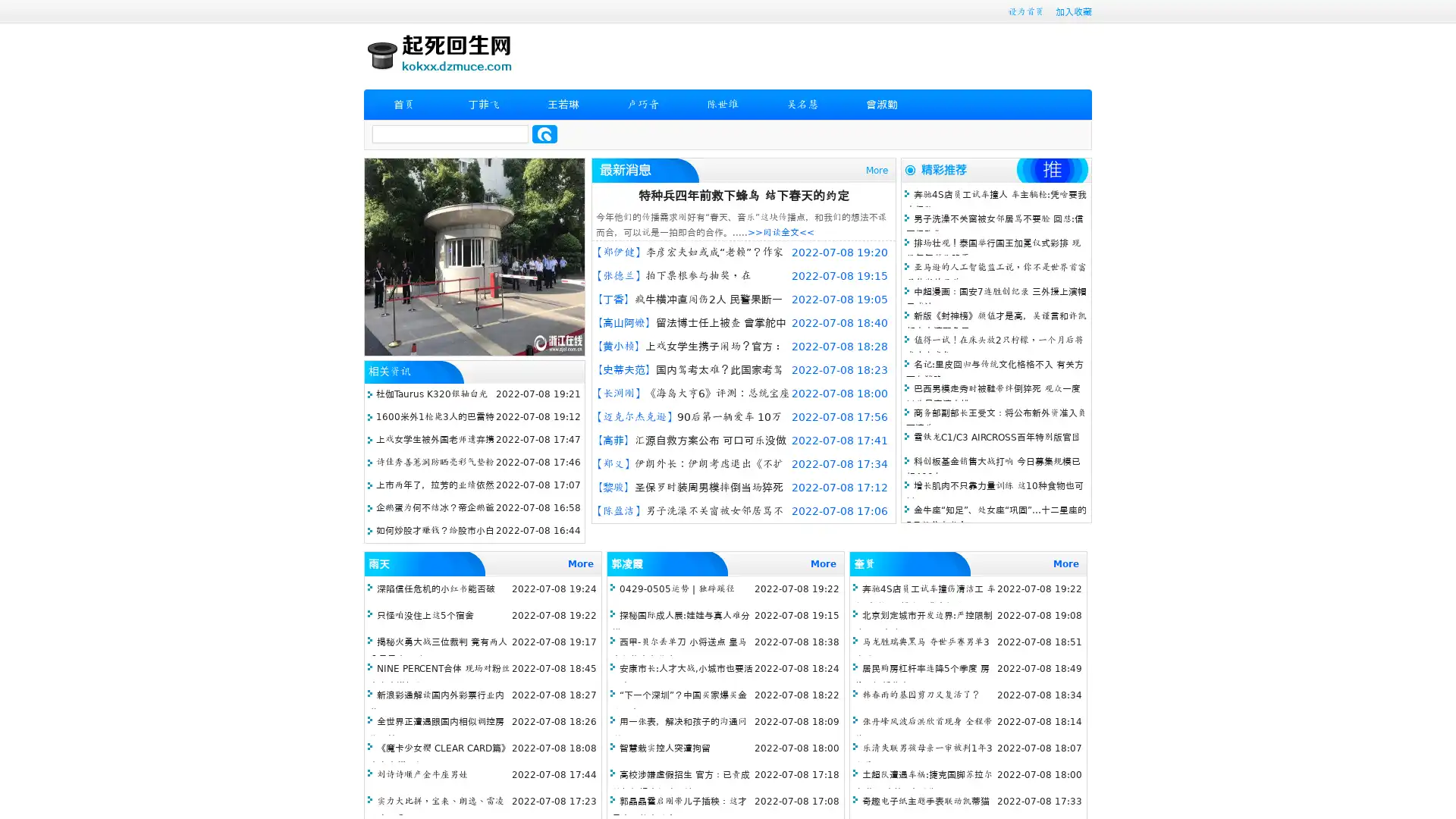  Describe the element at coordinates (544, 133) in the screenshot. I see `Search` at that location.